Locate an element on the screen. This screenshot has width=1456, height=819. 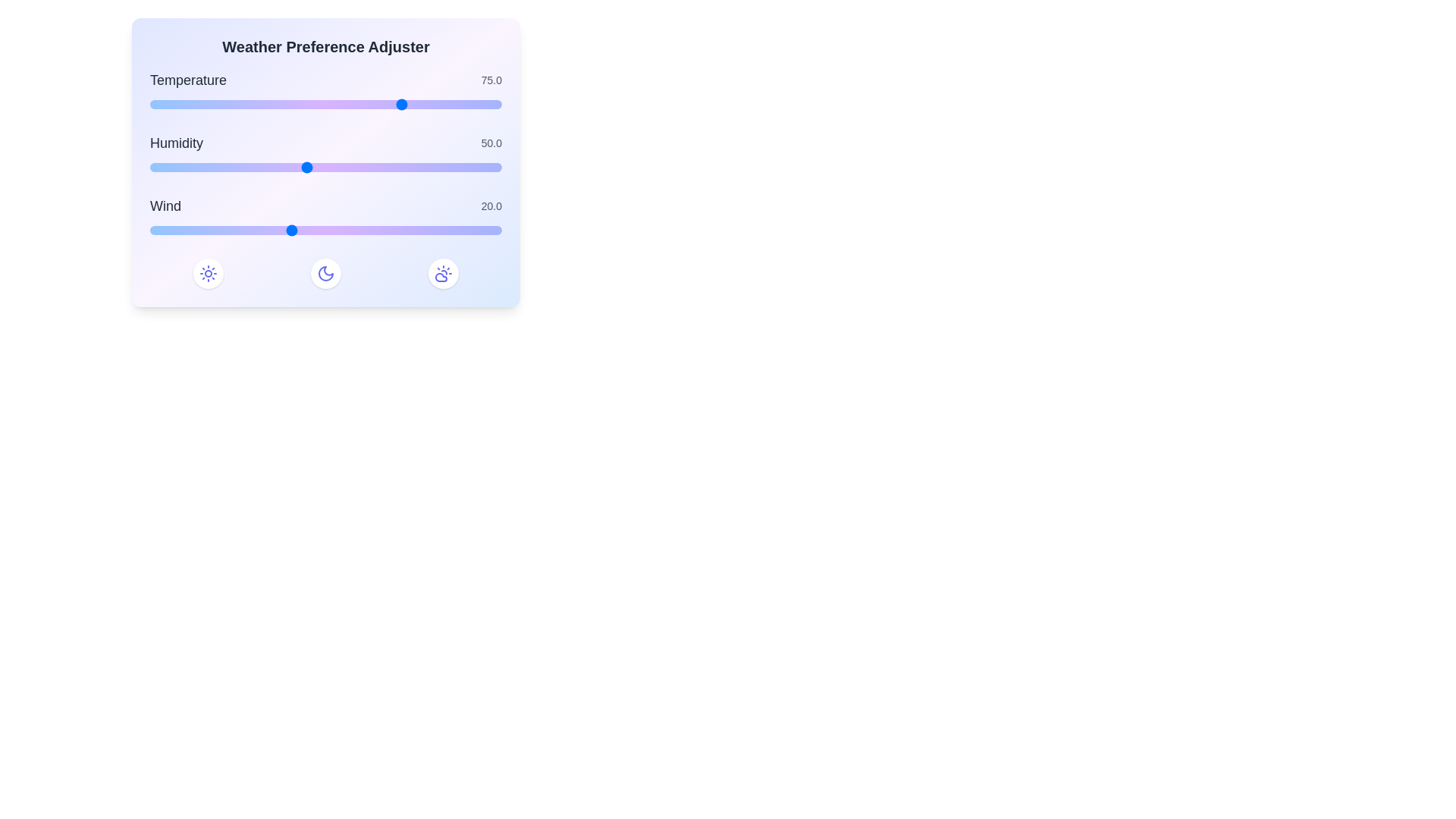
the third circular icon button at the bottom-right corner of the 'Weather Preference Adjuster' panel is located at coordinates (208, 274).